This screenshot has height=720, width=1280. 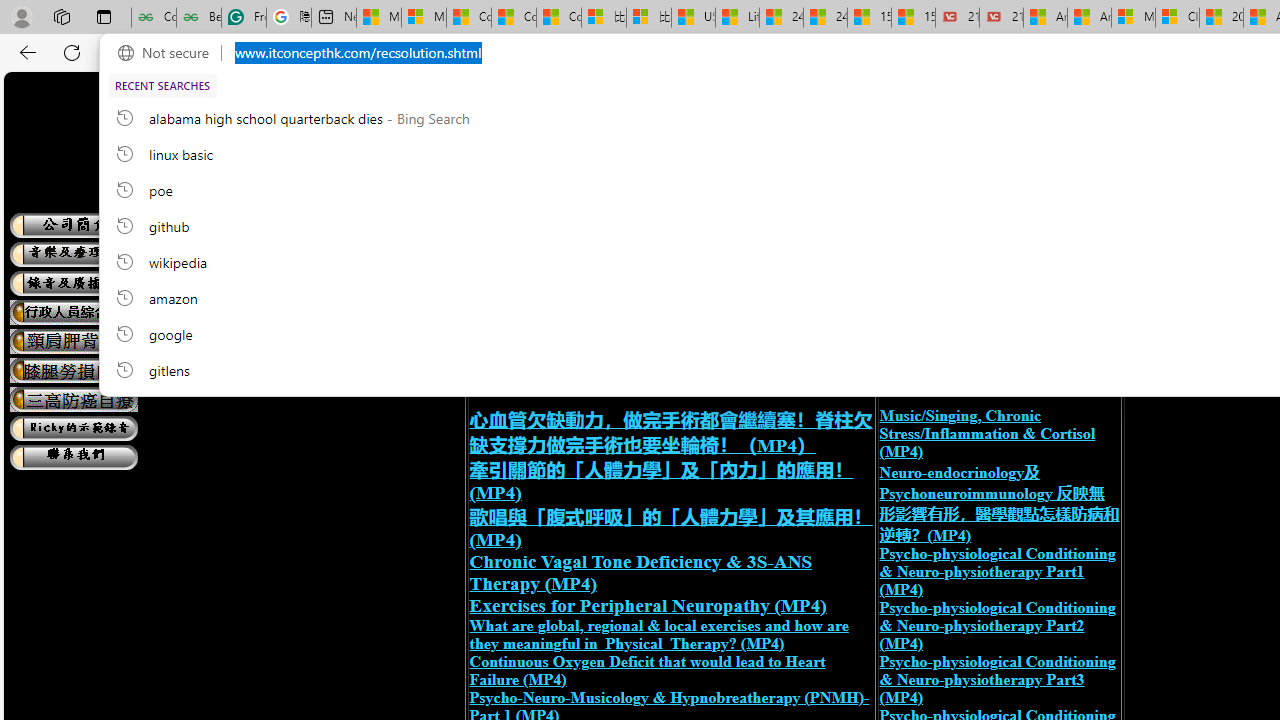 I want to click on 'Chronic Vagal Tone Deficiency & 3S-ANS Therapy (MP4)', so click(x=640, y=572).